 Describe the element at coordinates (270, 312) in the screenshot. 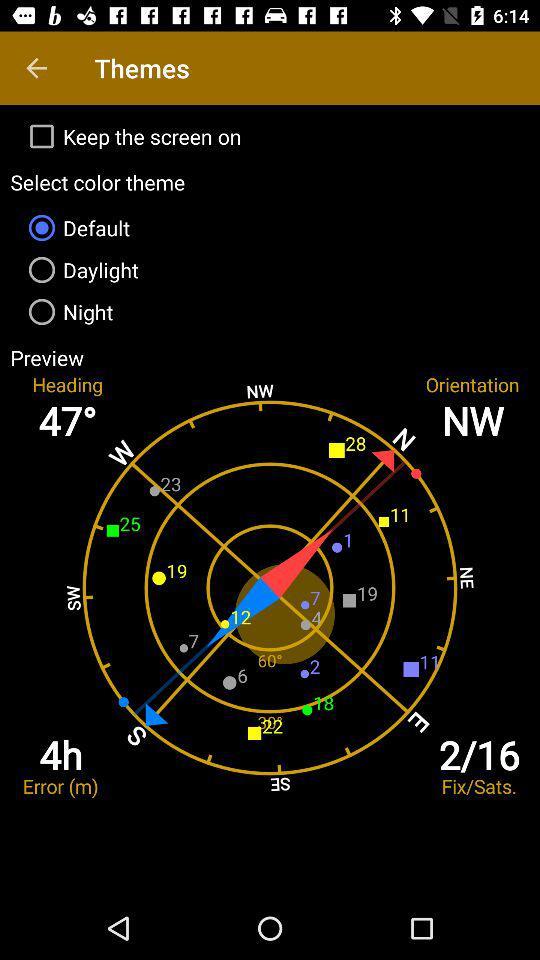

I see `the night icon` at that location.